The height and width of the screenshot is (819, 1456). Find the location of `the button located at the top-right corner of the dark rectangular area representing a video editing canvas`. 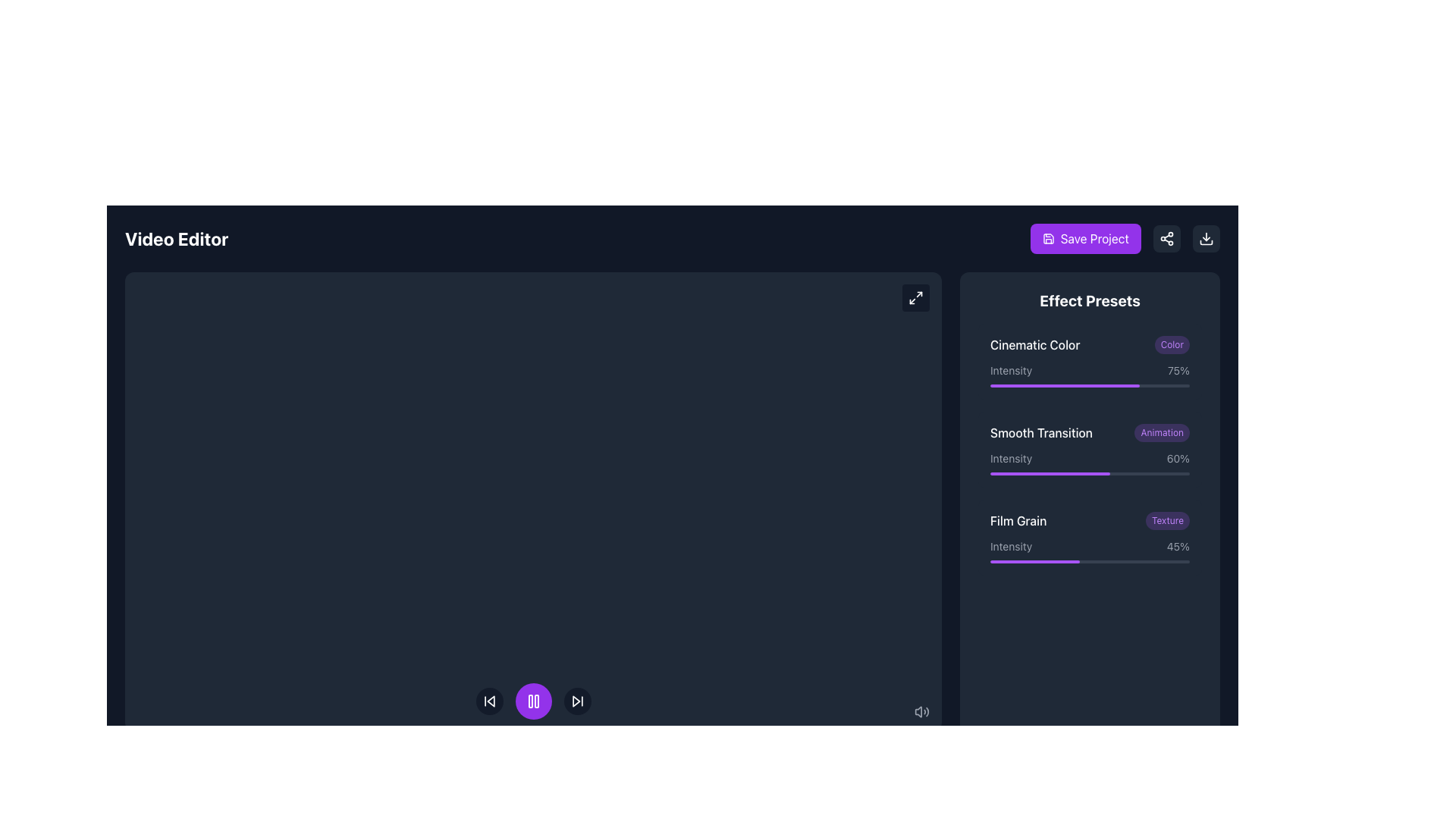

the button located at the top-right corner of the dark rectangular area representing a video editing canvas is located at coordinates (915, 298).